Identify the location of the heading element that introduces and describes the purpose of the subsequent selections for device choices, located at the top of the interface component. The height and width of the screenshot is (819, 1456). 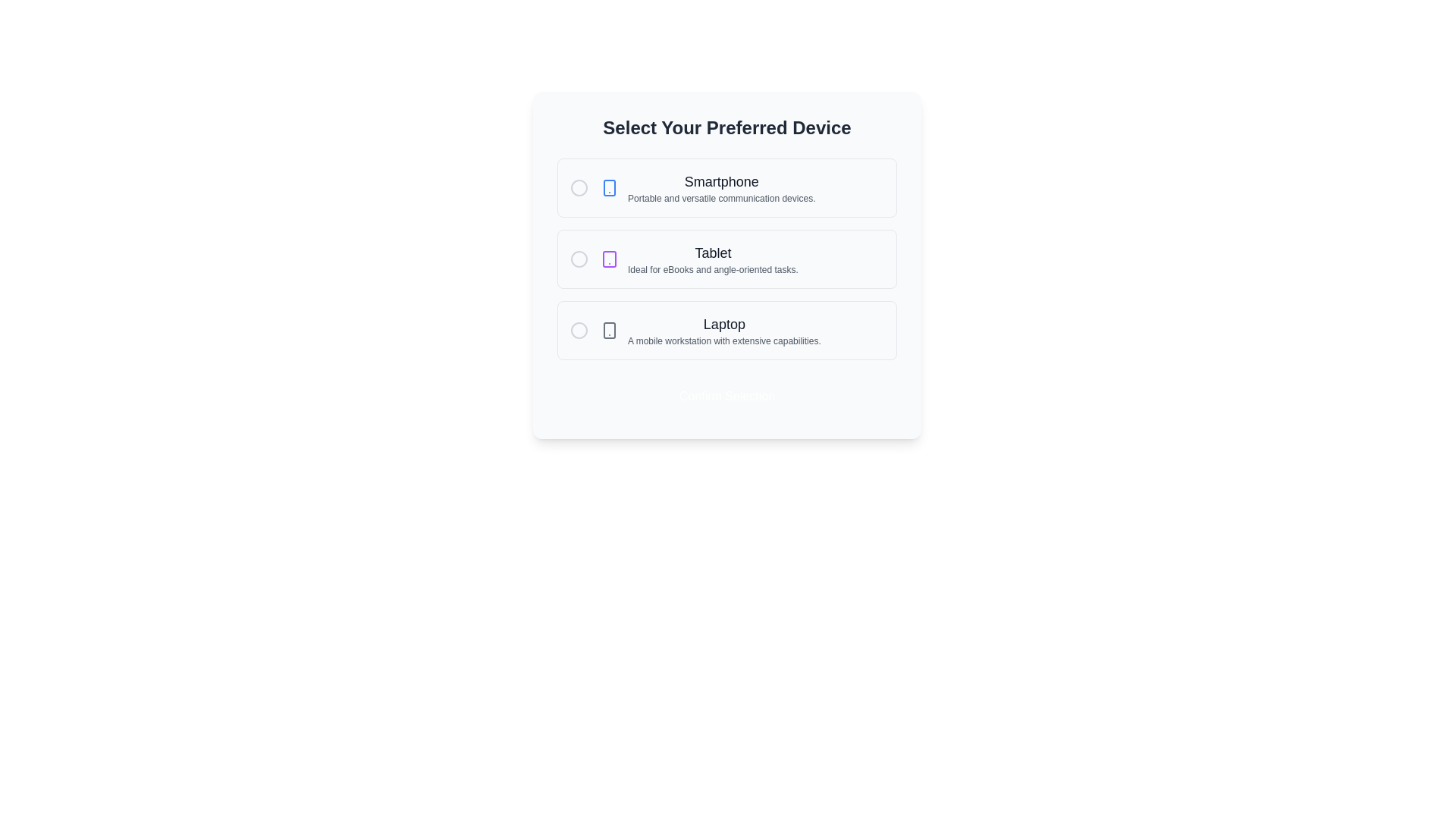
(726, 127).